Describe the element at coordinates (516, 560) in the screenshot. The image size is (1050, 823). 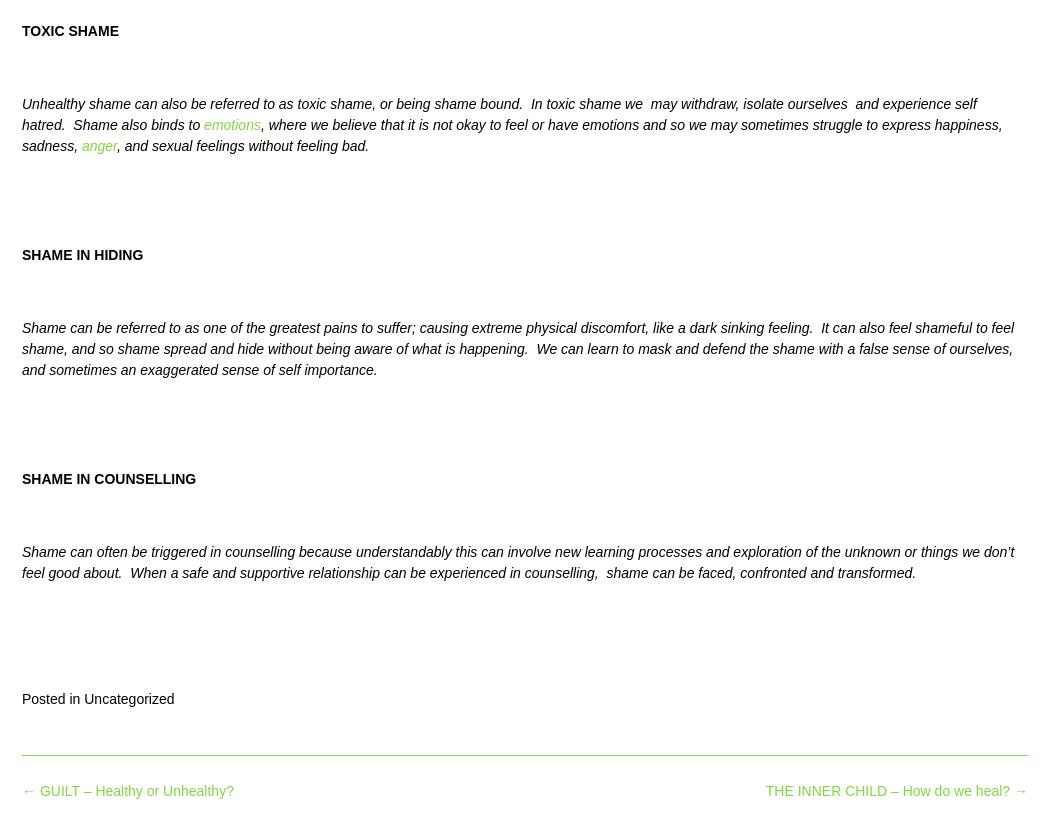
I see `'Shame can often be triggered in counselling because understandably this can involve new learning processes and exploration of the unknown or things we don’t feel good about.  When a safe and supportive relationship can be experienced in counselling,  shame can be faced, confronted and transformed.'` at that location.